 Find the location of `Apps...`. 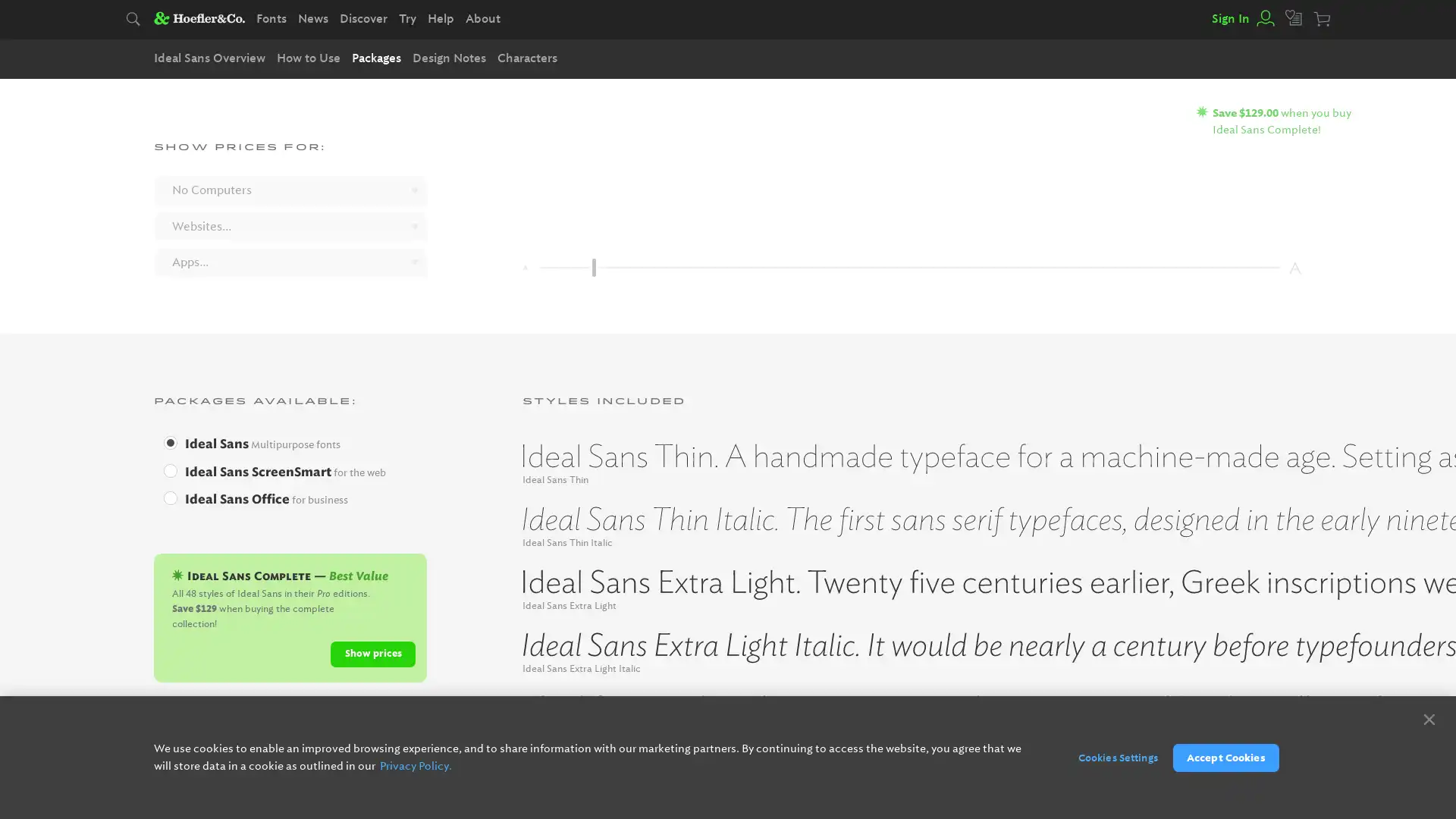

Apps... is located at coordinates (290, 262).